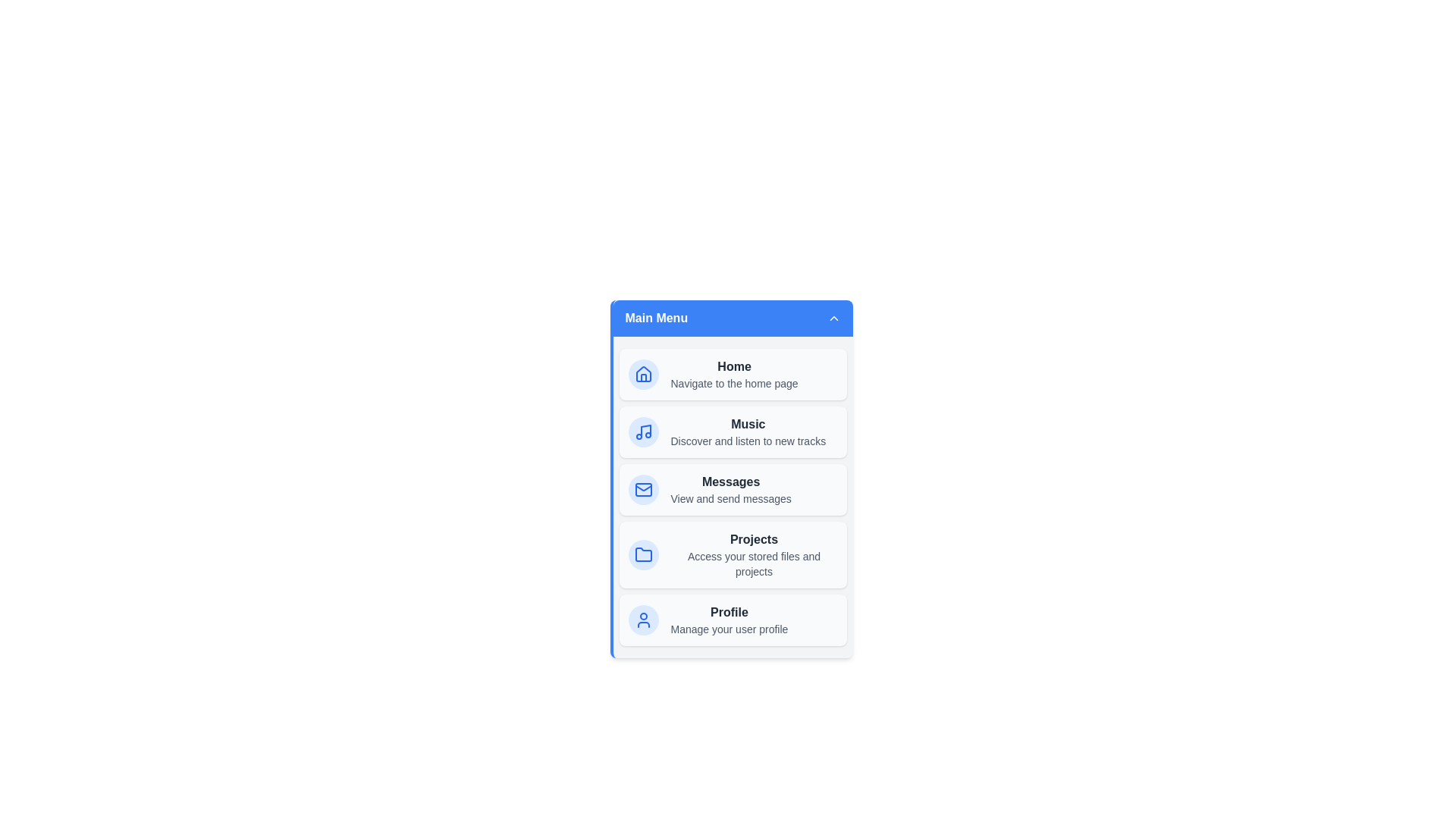  Describe the element at coordinates (733, 432) in the screenshot. I see `the menu item corresponding to Music` at that location.